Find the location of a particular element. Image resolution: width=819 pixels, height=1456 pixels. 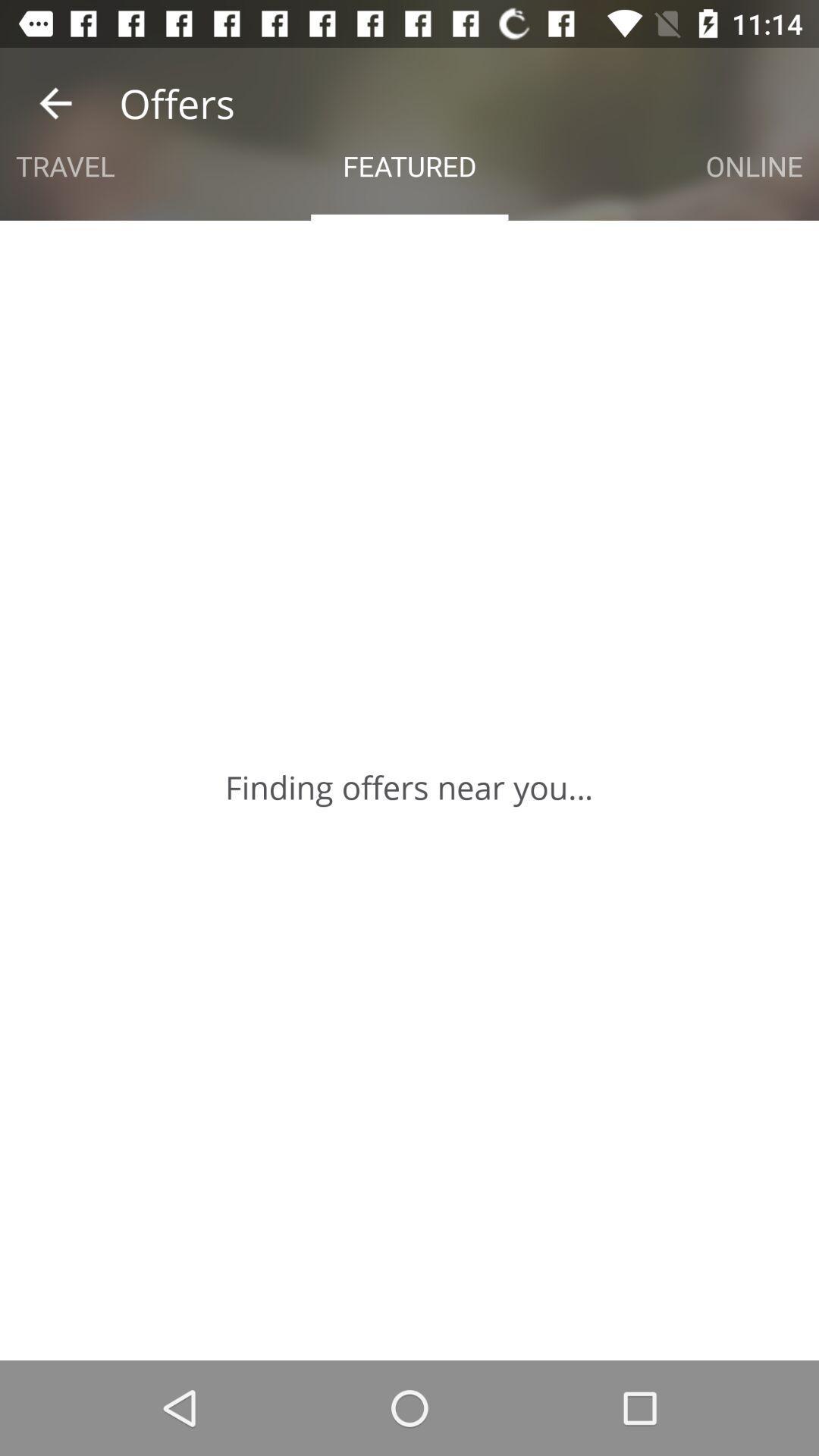

online app is located at coordinates (754, 166).